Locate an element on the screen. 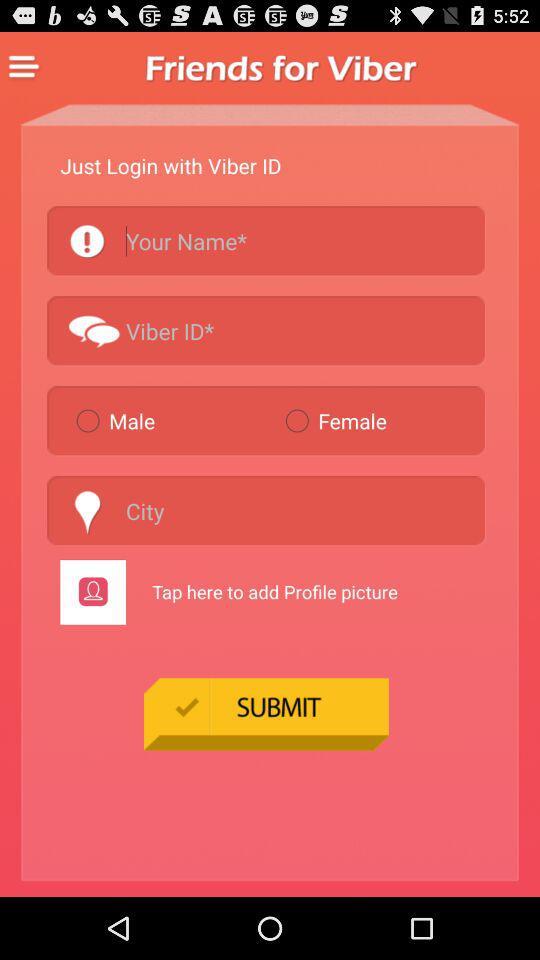 This screenshot has height=960, width=540. the radio button on the right is located at coordinates (381, 419).